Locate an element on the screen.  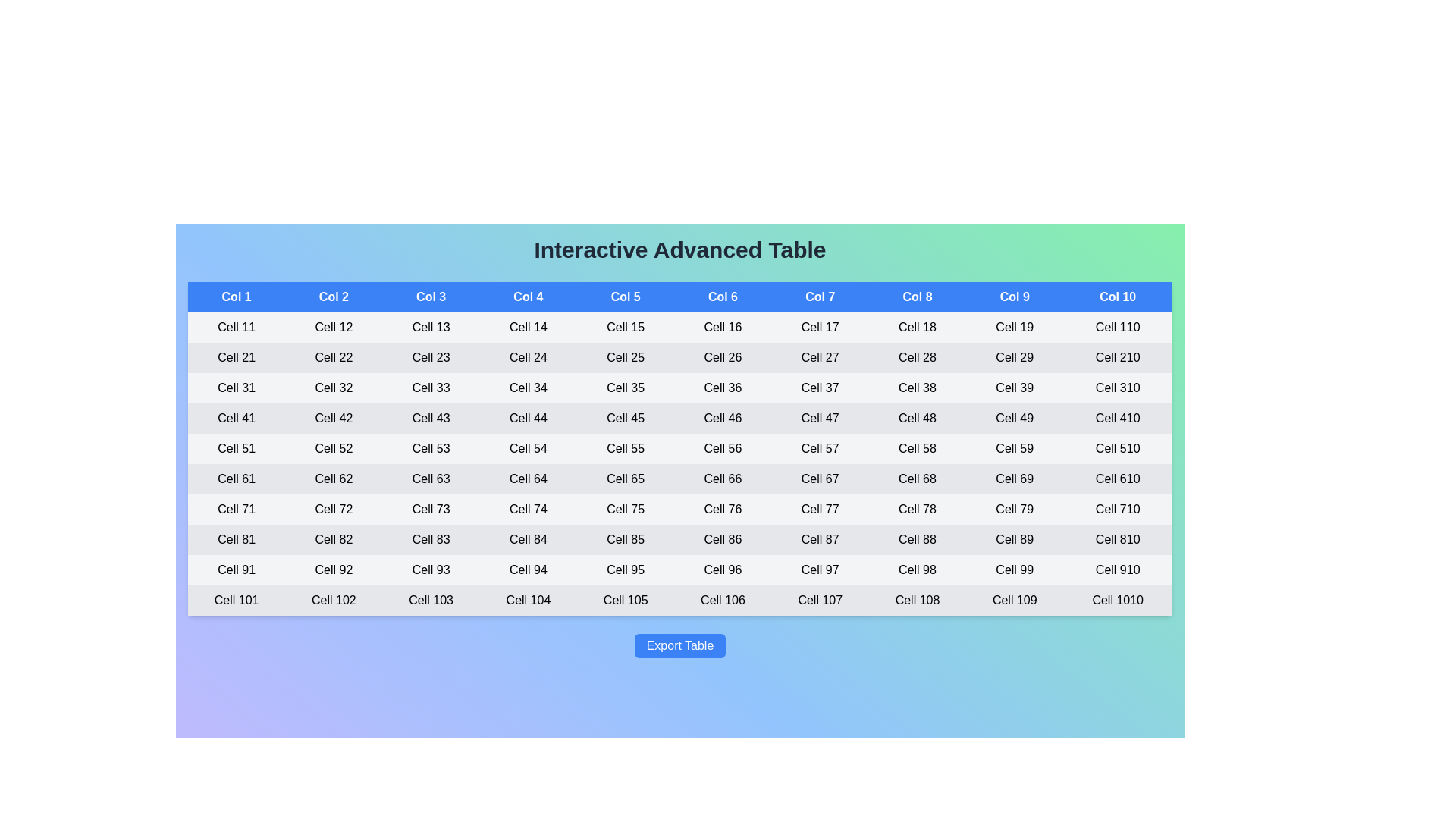
the 'Export Table' button to observe its hover effect is located at coordinates (679, 646).